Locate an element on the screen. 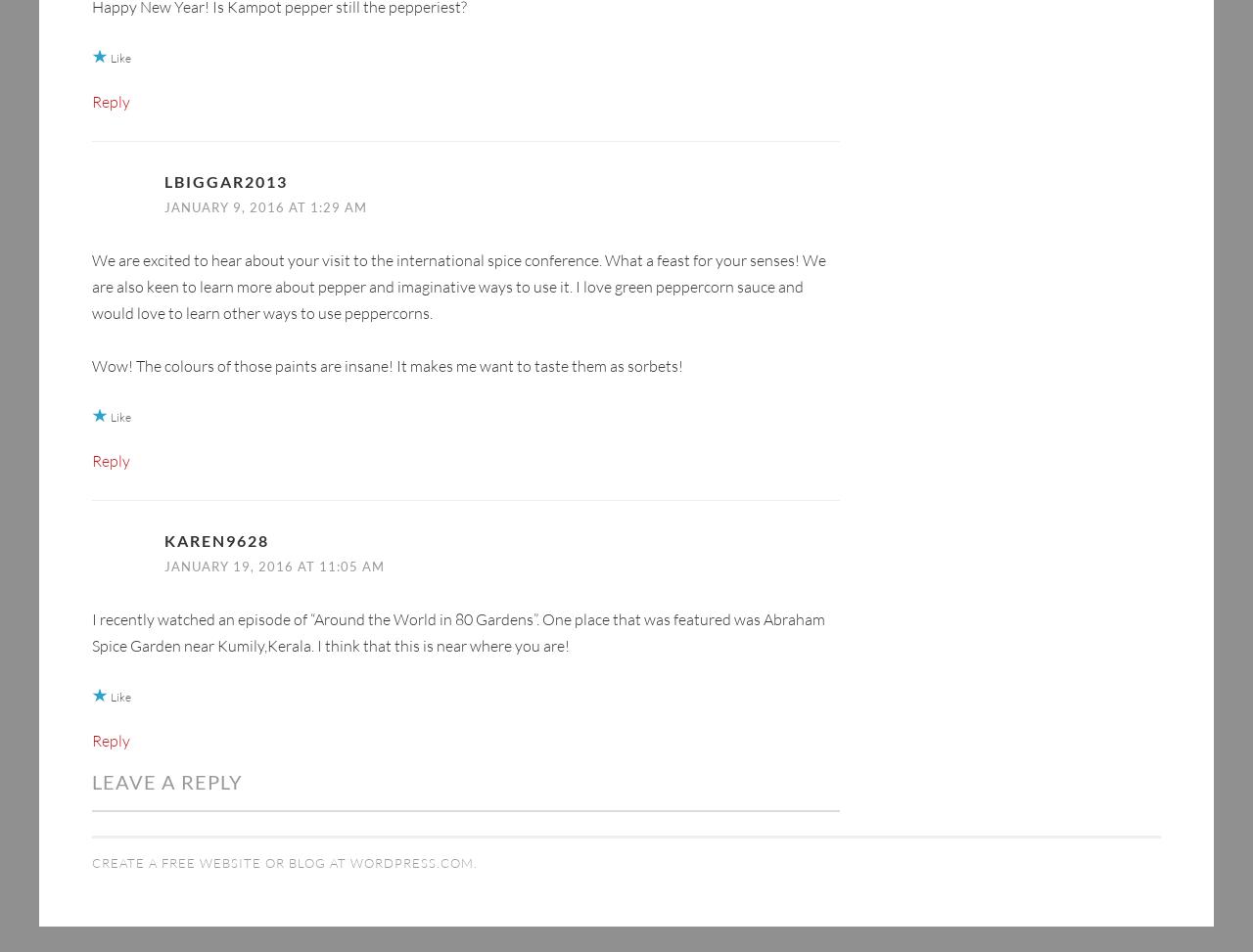 Image resolution: width=1253 pixels, height=952 pixels. 'We are excited to hear about your visit to the international spice conference. What a feast for your senses! We are also keen to learn more about pepper and imaginative ways to use it. I love green peppercorn sauce and would love to learn other ways to use peppercorns.' is located at coordinates (457, 252).